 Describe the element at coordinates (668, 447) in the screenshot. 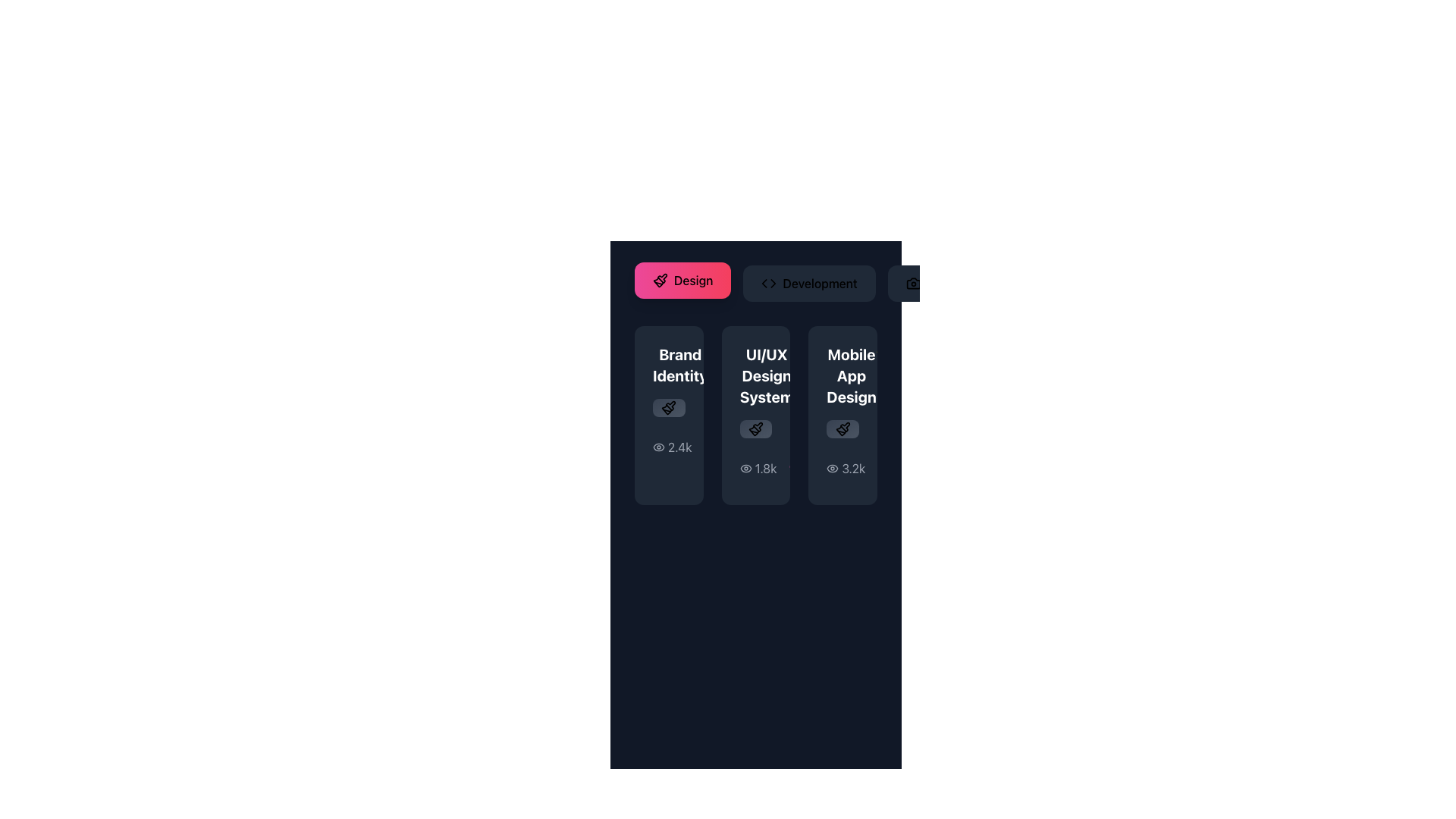

I see `the views icon located in the lower portion of the 'Brand Identity' card in the 'Design' section, which displays the number of views associated with the card` at that location.